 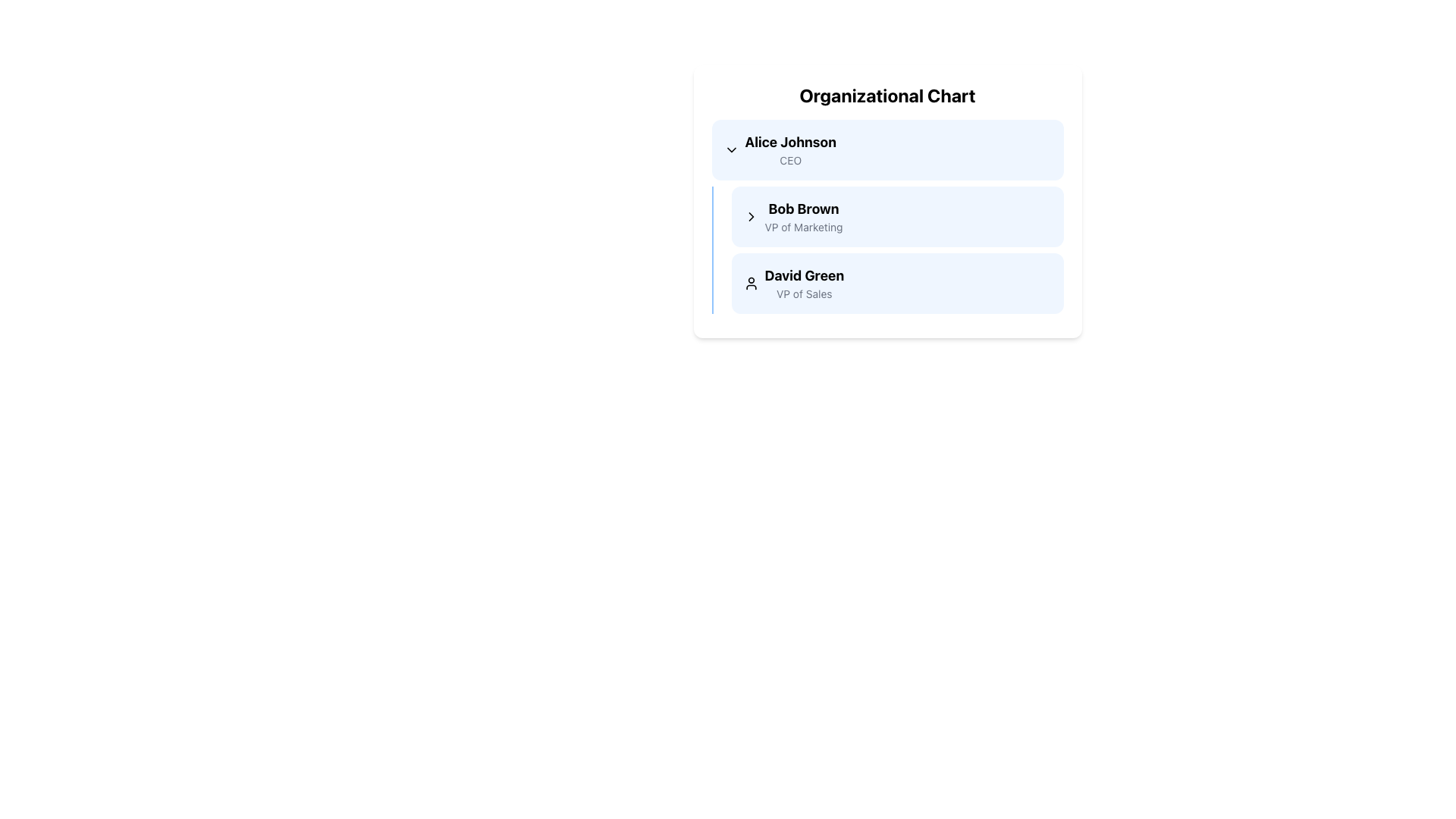 I want to click on the user profile icon representing 'David Green' in the organizational chart, located to the left of the name, so click(x=751, y=284).